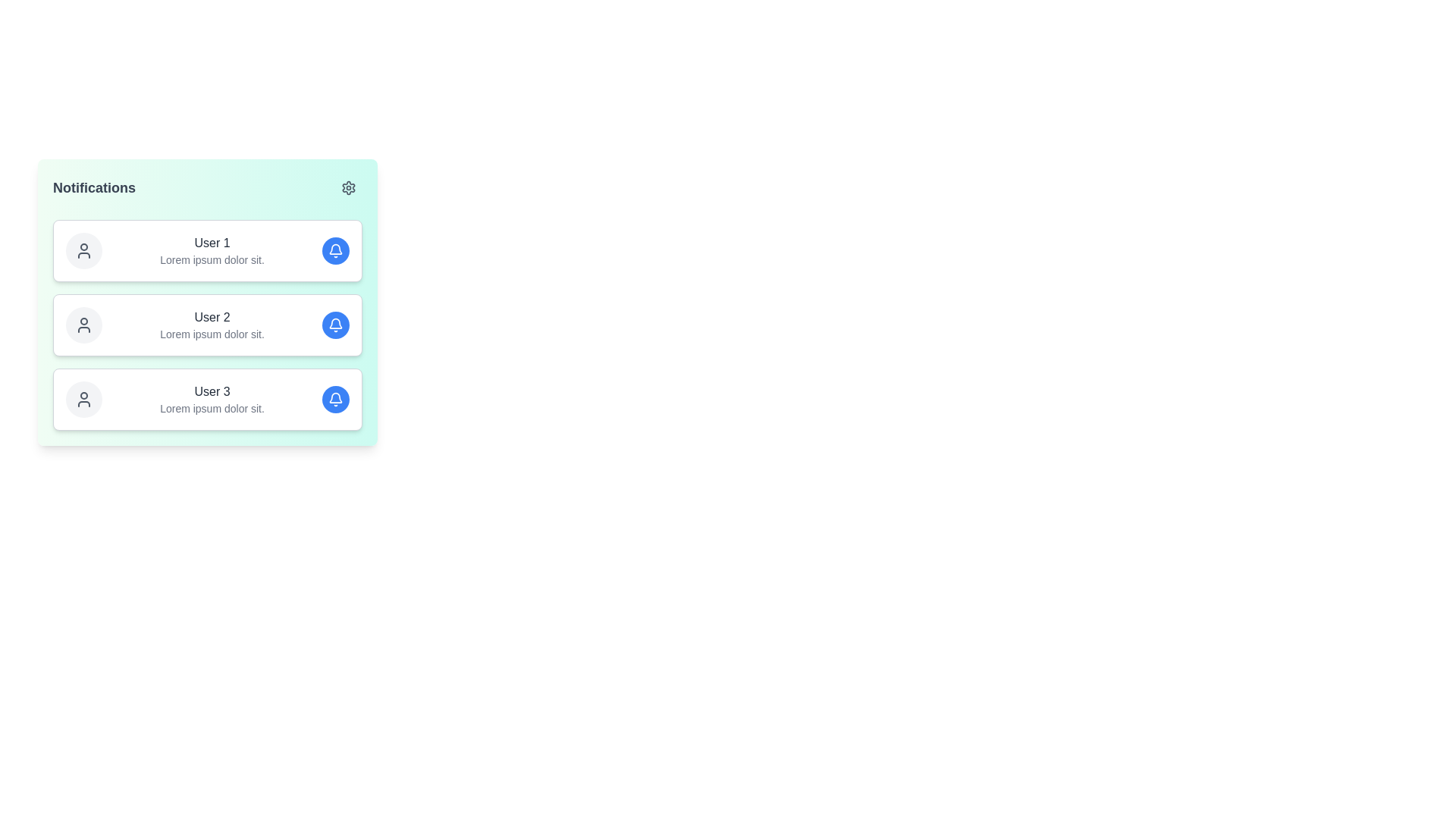 The height and width of the screenshot is (819, 1456). What do you see at coordinates (334, 250) in the screenshot?
I see `the circular blue button with a white bell icon located in the notification panel` at bounding box center [334, 250].